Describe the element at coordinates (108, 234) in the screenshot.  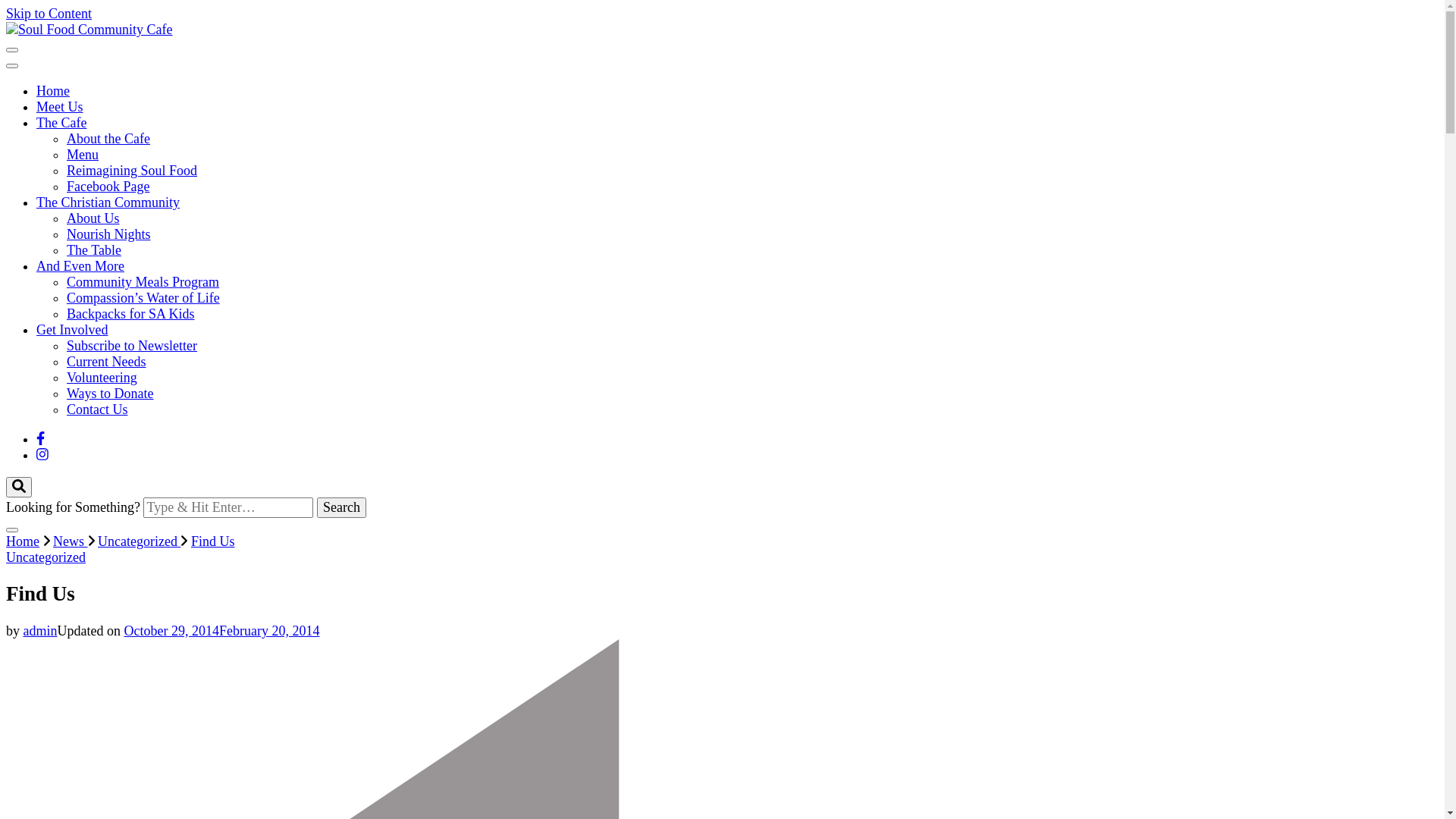
I see `'Nourish Nights'` at that location.